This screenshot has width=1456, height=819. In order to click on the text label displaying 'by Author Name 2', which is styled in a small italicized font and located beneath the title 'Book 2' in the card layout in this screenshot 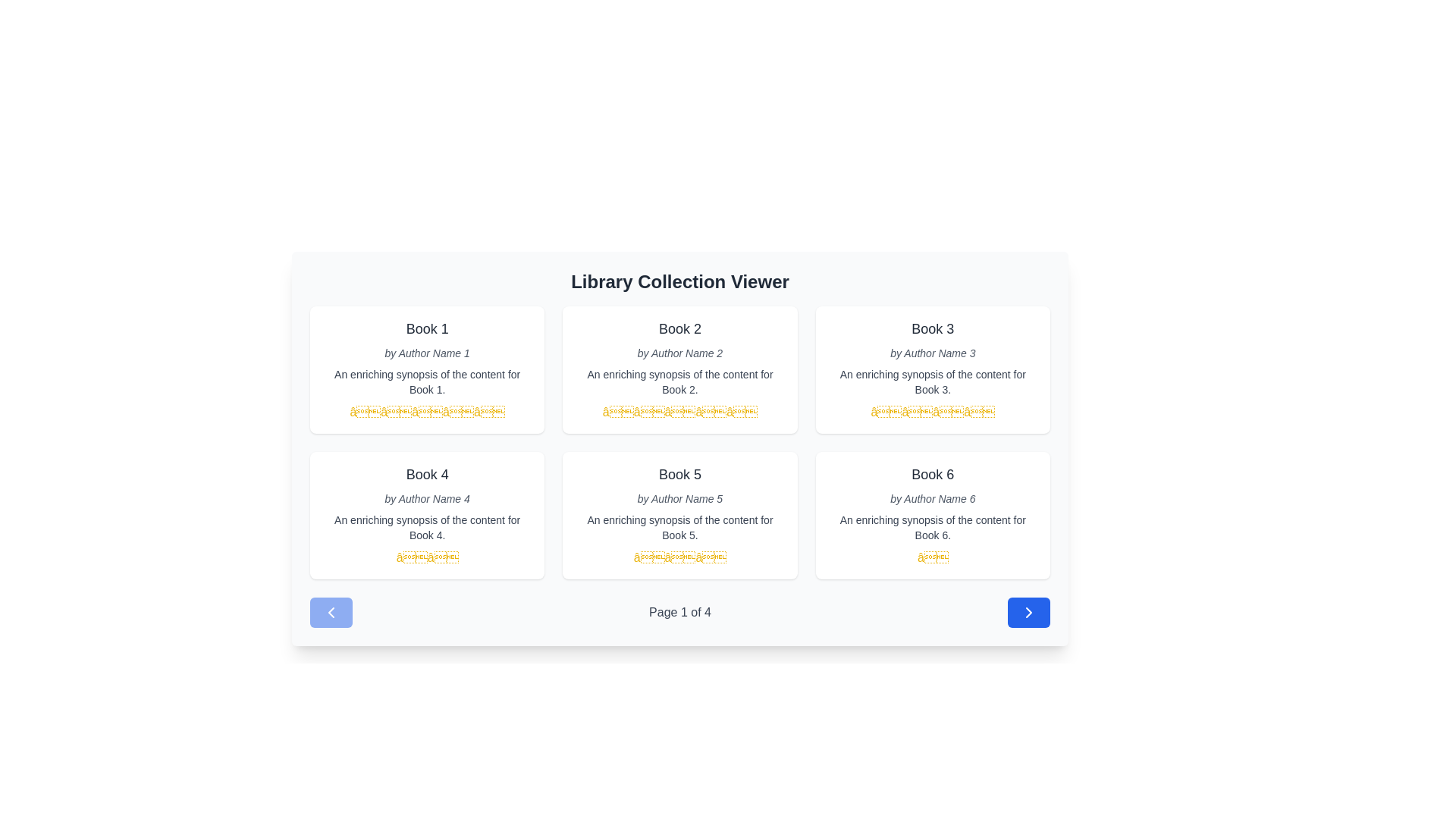, I will do `click(679, 353)`.